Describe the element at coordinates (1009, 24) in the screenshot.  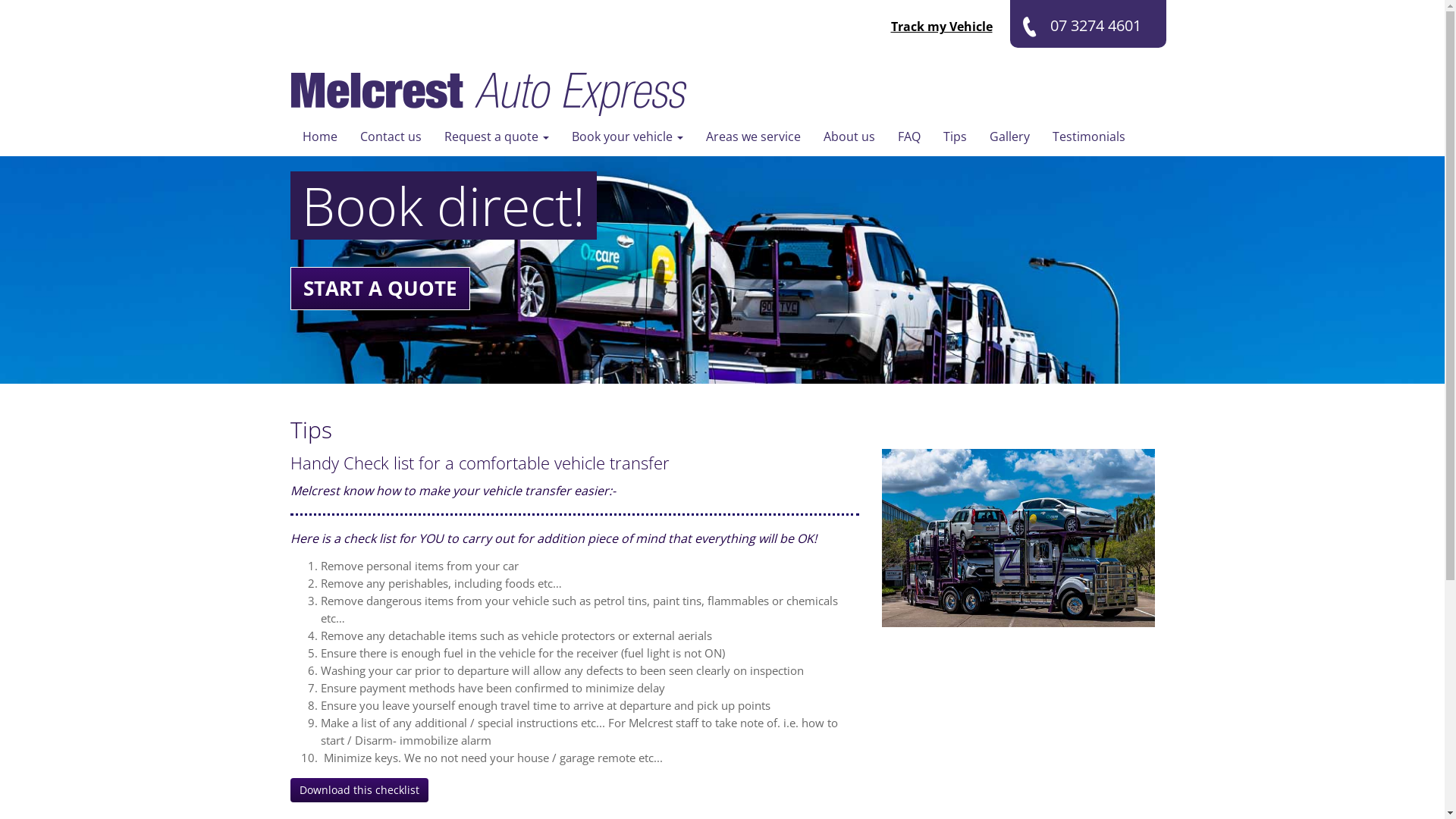
I see `'07 3274 4601'` at that location.